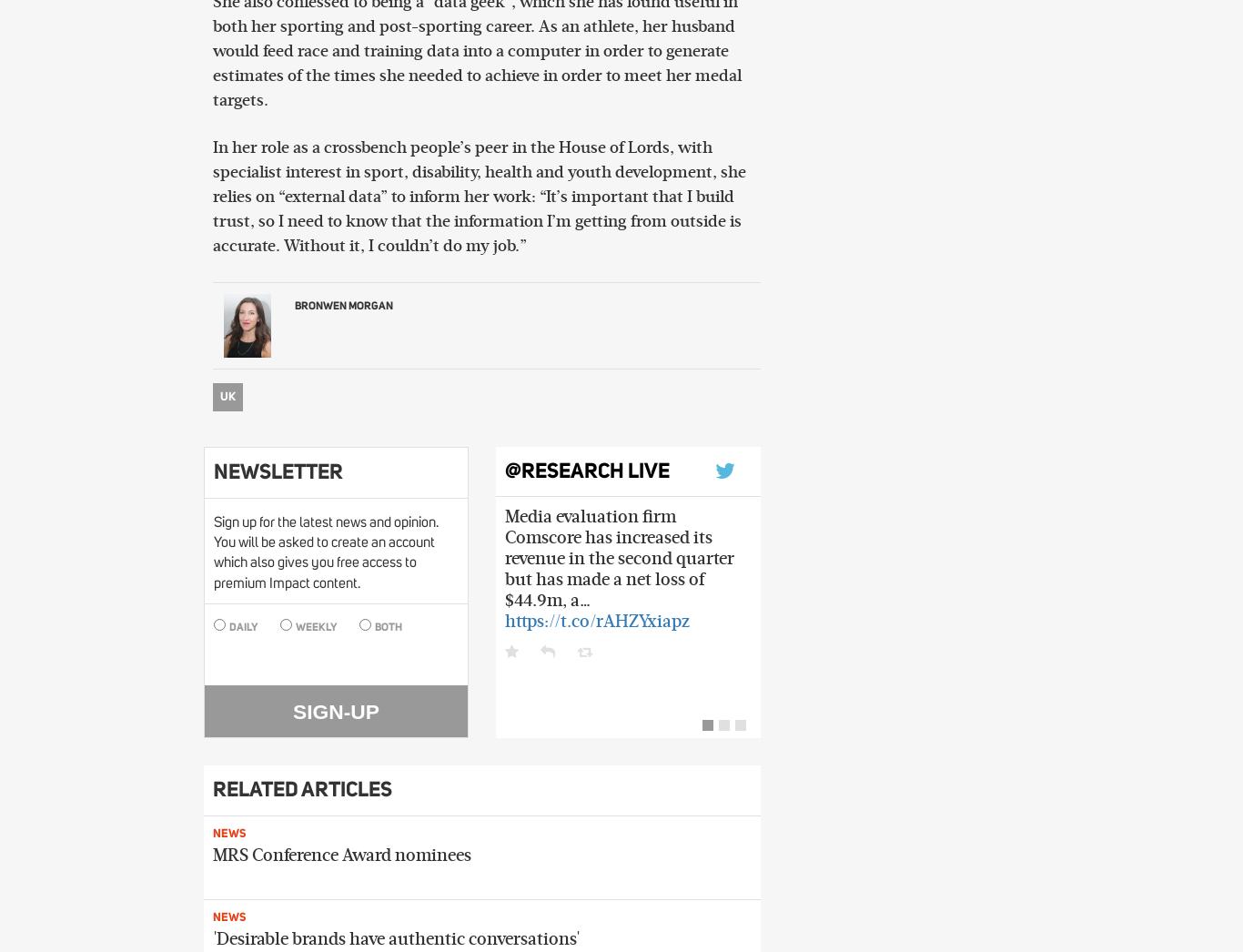 The image size is (1243, 952). What do you see at coordinates (324, 521) in the screenshot?
I see `'Sign up for the latest news and opinion.'` at bounding box center [324, 521].